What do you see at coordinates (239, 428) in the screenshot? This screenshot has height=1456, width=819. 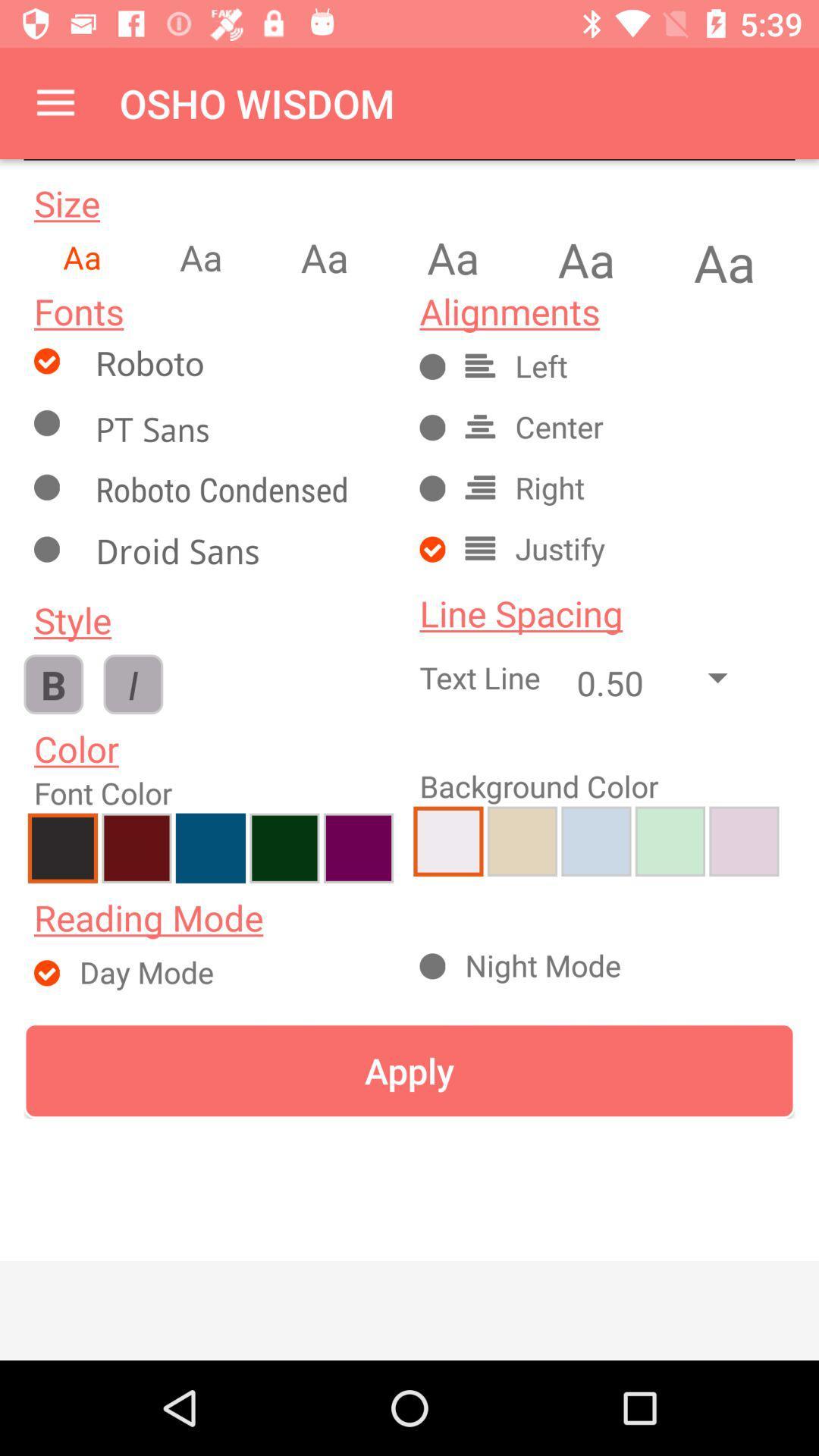 I see `pt sans font` at bounding box center [239, 428].